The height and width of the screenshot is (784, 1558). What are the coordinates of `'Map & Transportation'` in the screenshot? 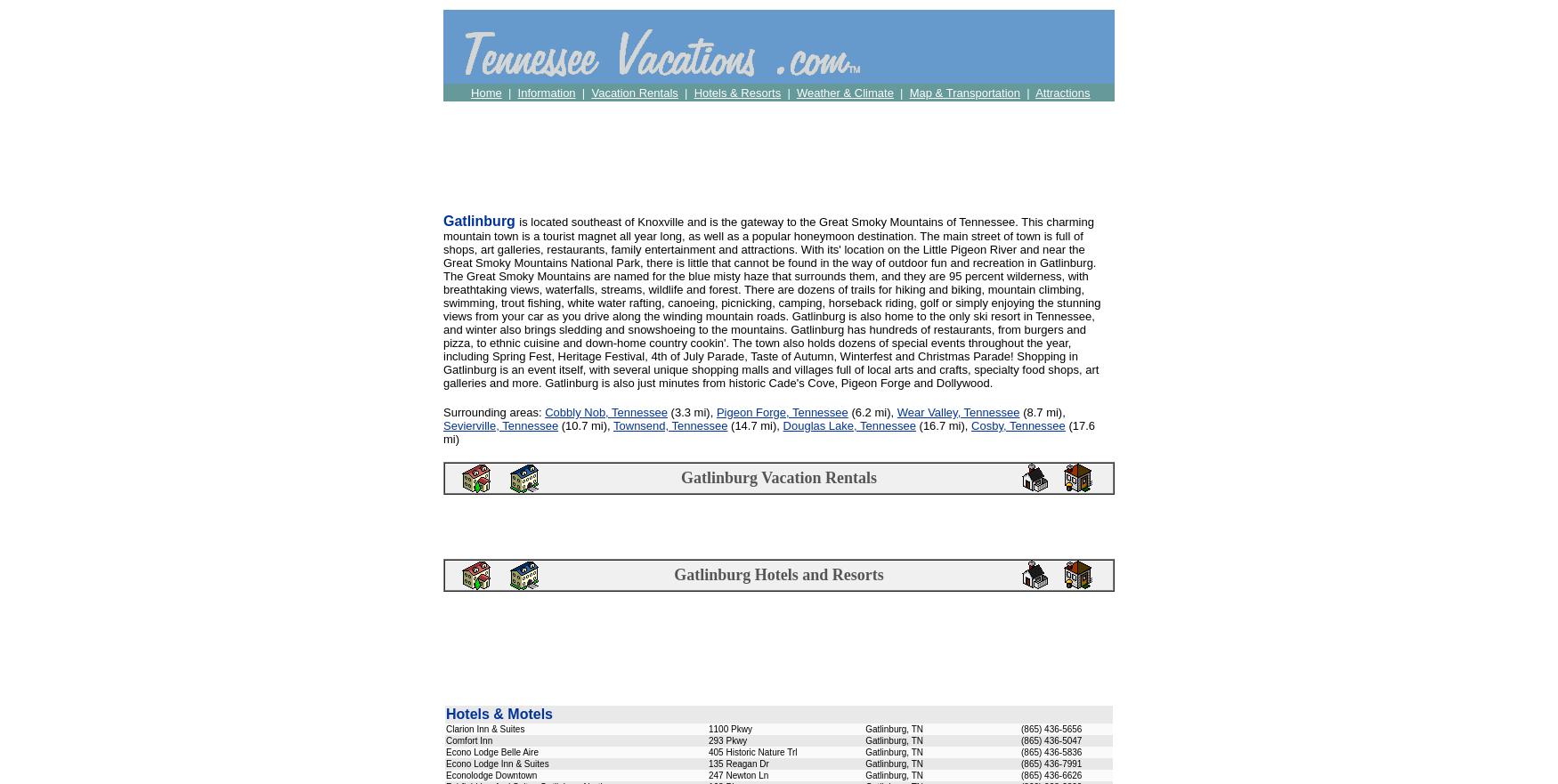 It's located at (907, 92).